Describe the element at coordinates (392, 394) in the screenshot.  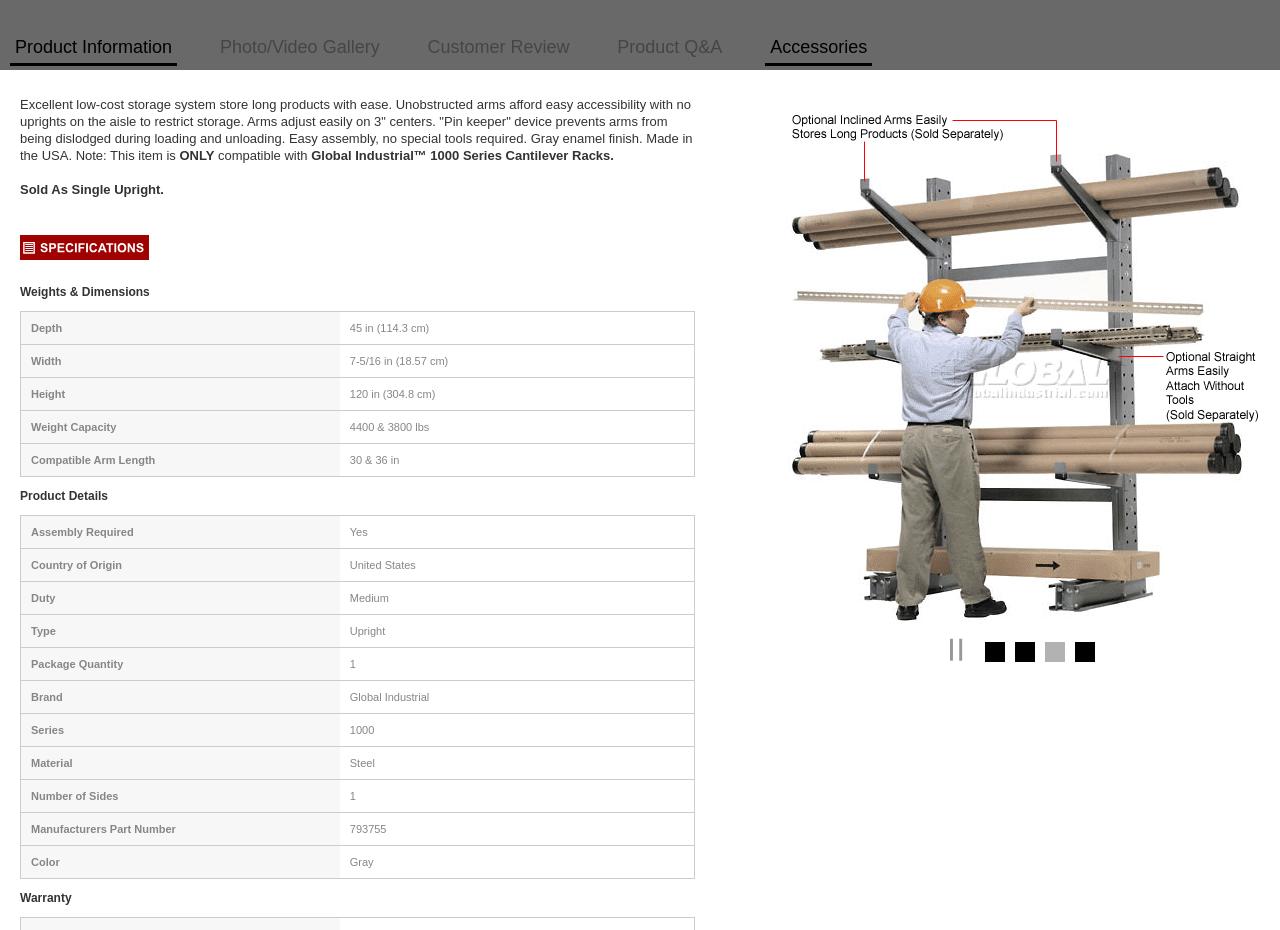
I see `'120 in (304.8 cm)'` at that location.